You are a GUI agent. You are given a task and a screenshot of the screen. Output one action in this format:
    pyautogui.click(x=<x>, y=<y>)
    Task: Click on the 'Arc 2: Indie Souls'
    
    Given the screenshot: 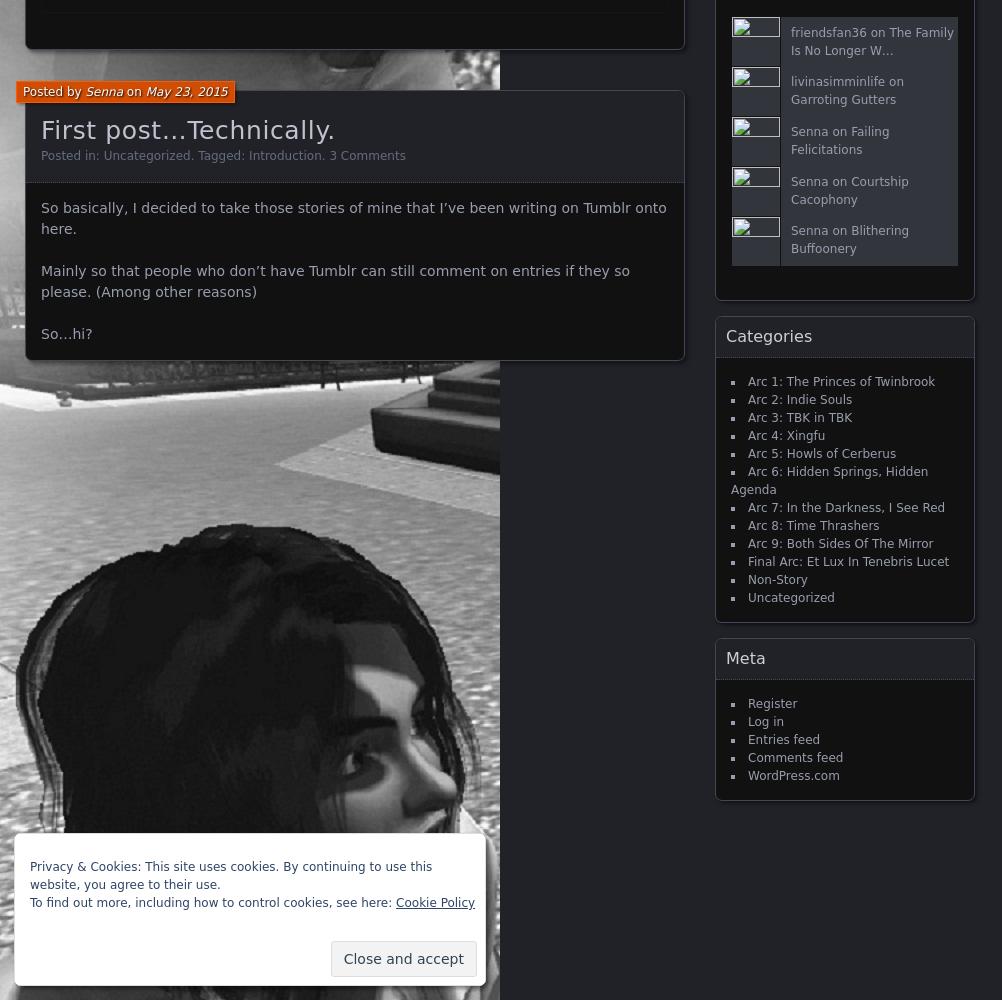 What is the action you would take?
    pyautogui.click(x=798, y=400)
    